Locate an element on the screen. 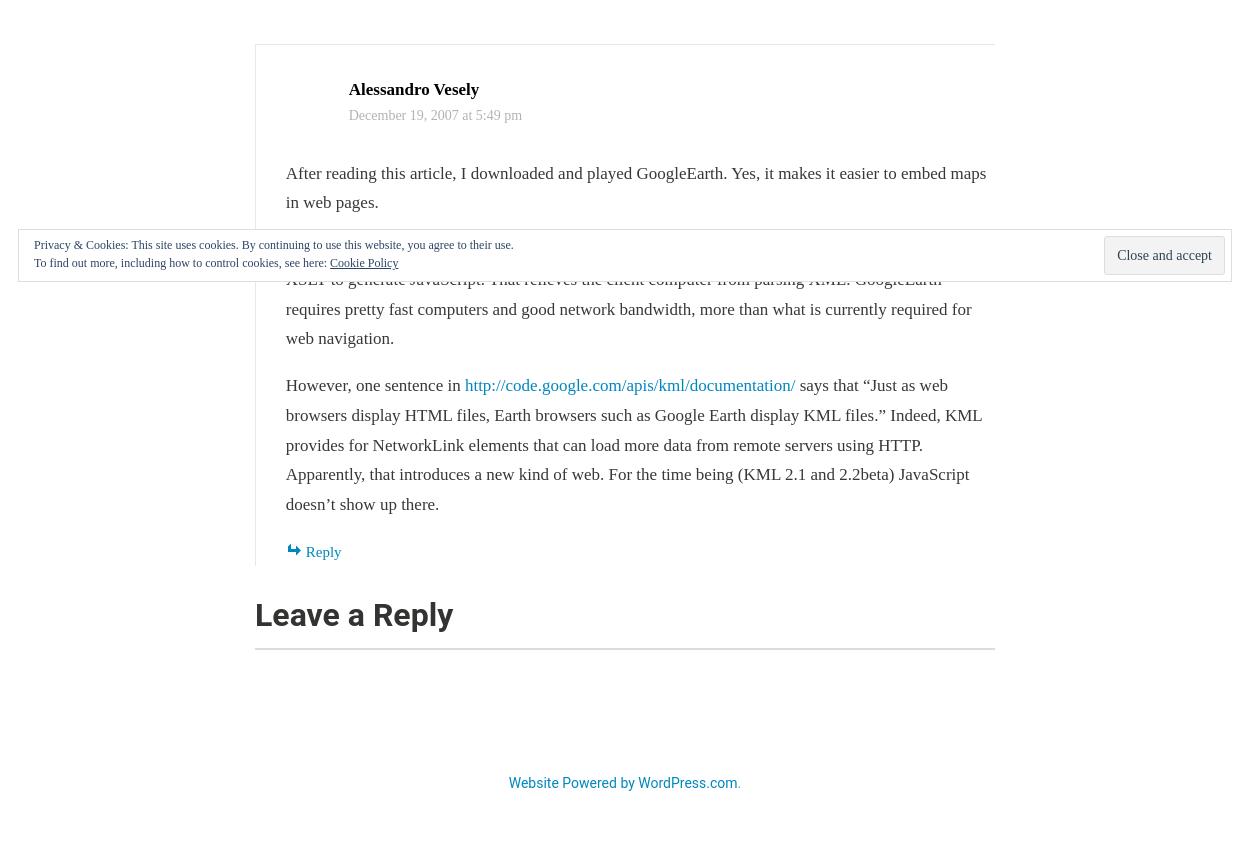  'December 19, 2007 at 5:49 pm' is located at coordinates (434, 114).